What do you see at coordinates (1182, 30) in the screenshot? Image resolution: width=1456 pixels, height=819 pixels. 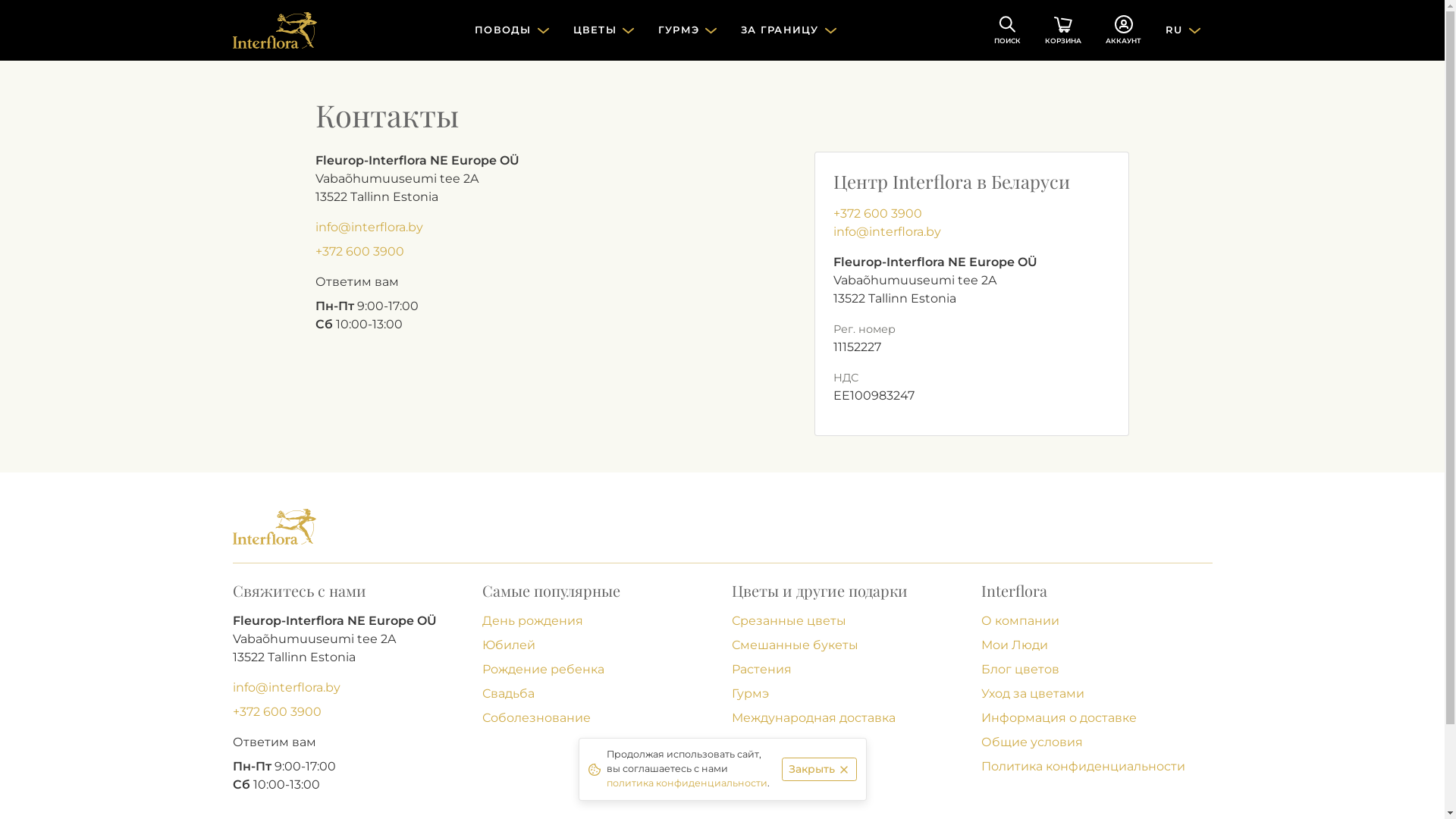 I see `'RU'` at bounding box center [1182, 30].